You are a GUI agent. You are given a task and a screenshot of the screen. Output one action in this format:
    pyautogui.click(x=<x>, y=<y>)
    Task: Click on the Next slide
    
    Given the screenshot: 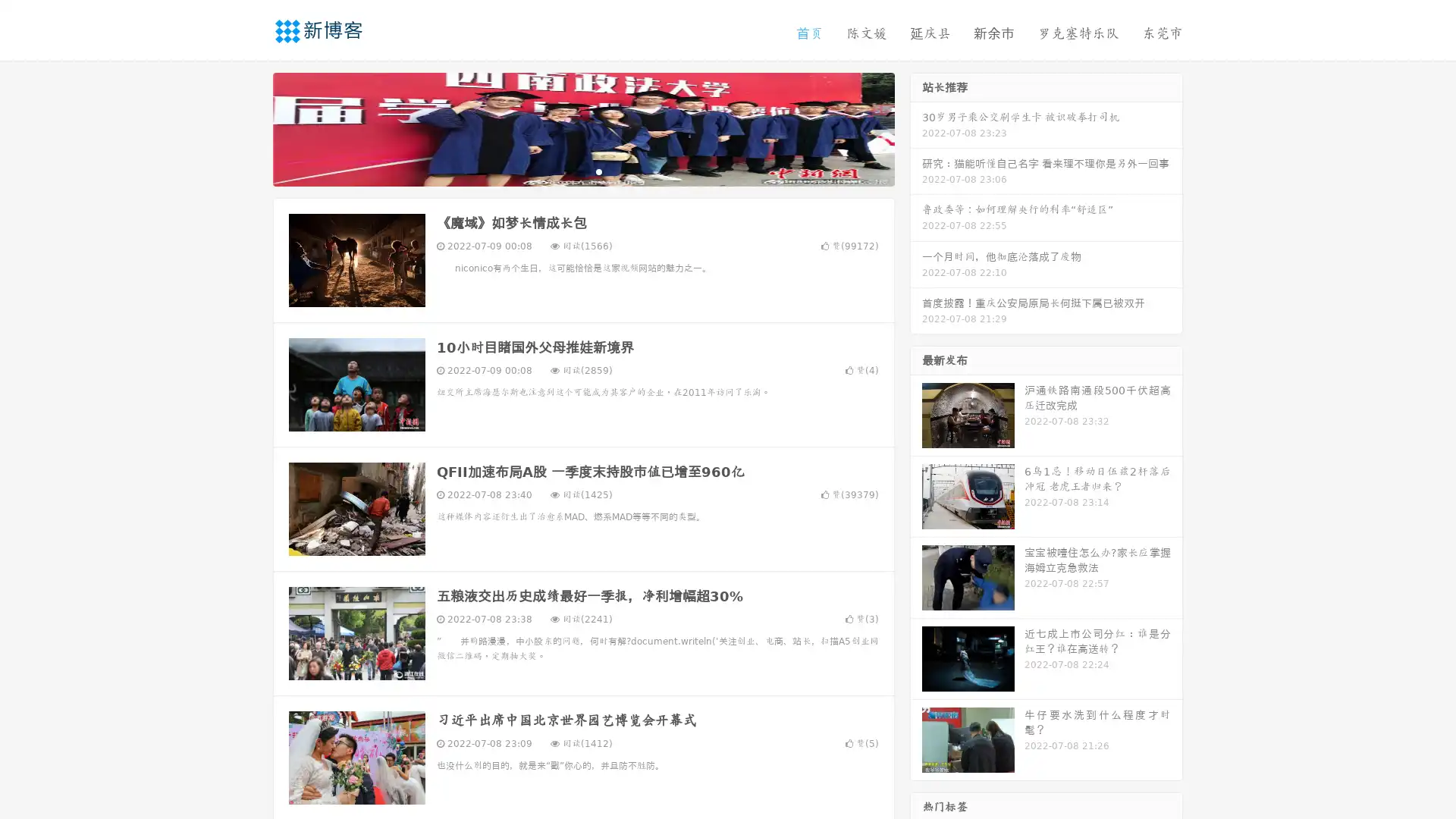 What is the action you would take?
    pyautogui.click(x=916, y=127)
    